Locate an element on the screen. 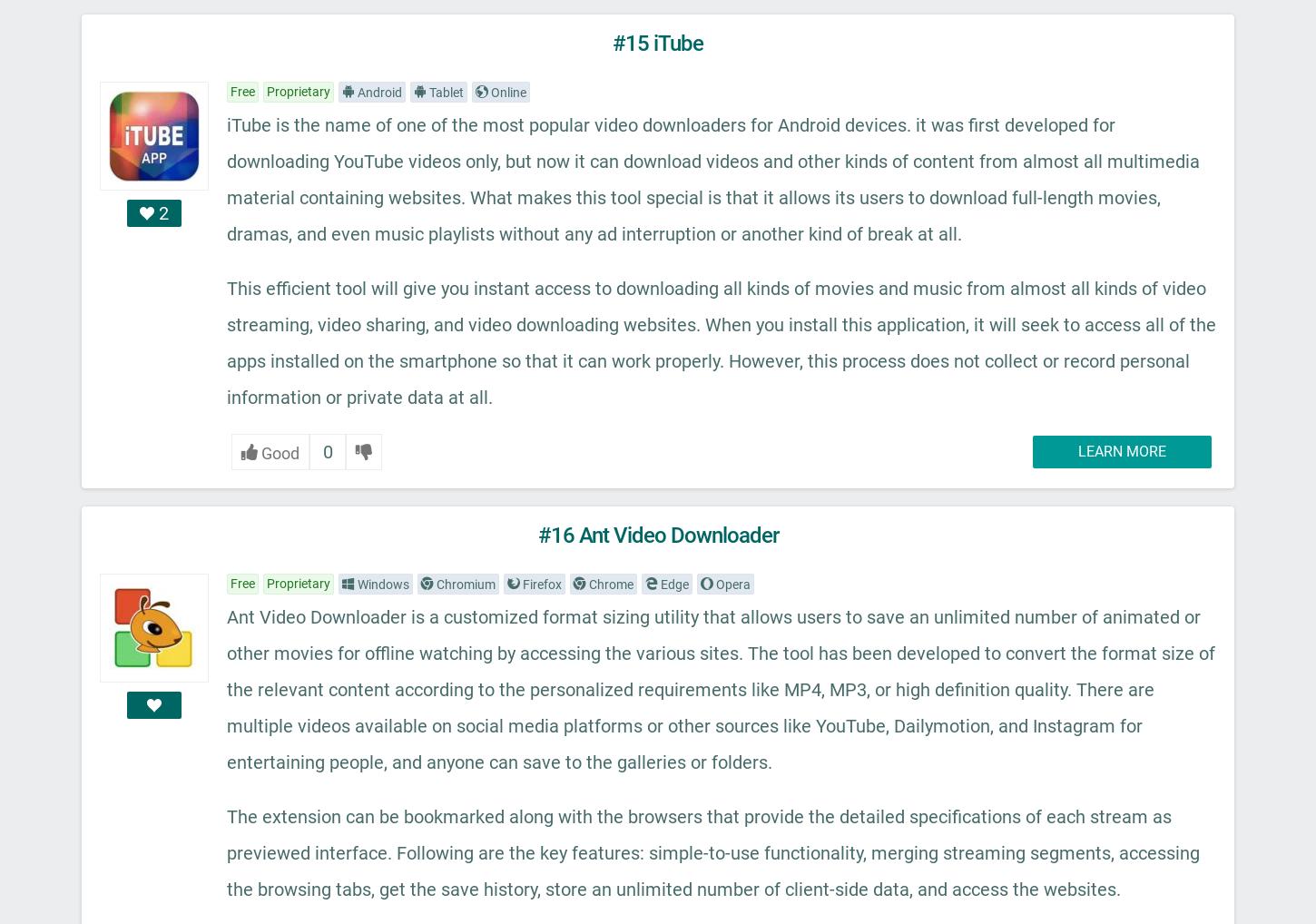  'Windows' is located at coordinates (380, 583).